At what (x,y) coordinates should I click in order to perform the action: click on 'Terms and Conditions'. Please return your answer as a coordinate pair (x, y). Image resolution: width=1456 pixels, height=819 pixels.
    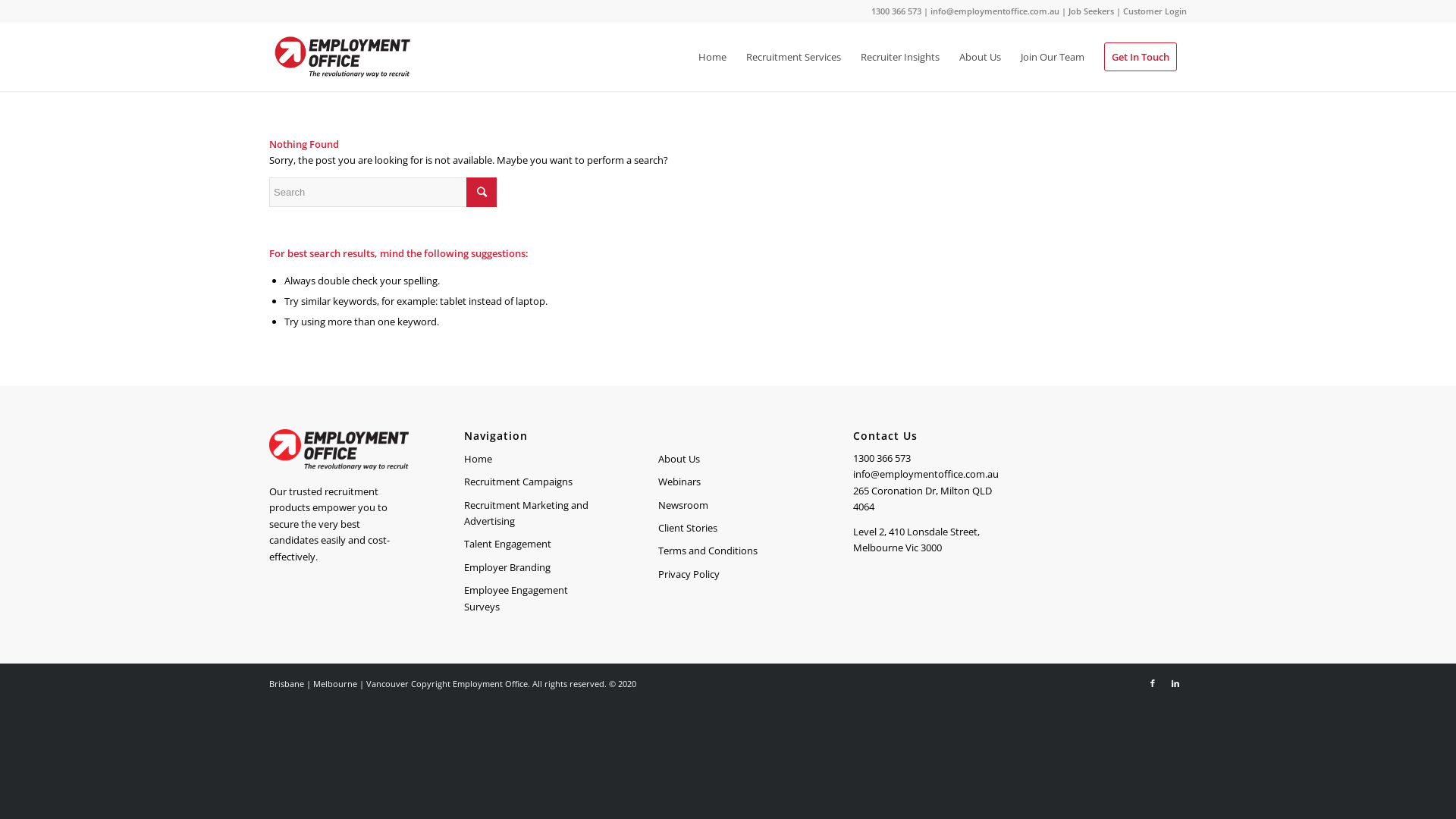
    Looking at the image, I should click on (728, 551).